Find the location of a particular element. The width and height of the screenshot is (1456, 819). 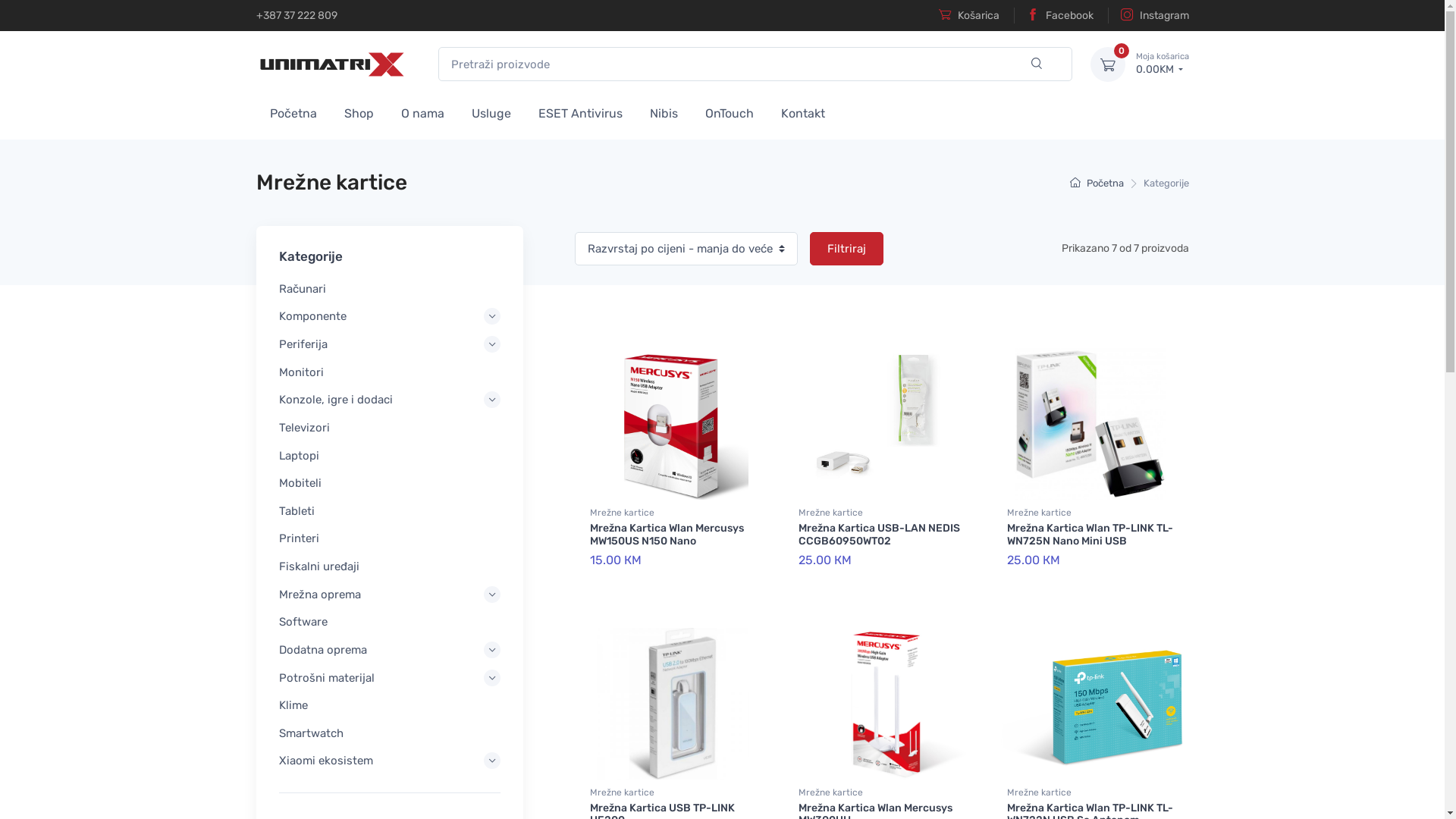

'Usluge' is located at coordinates (491, 111).